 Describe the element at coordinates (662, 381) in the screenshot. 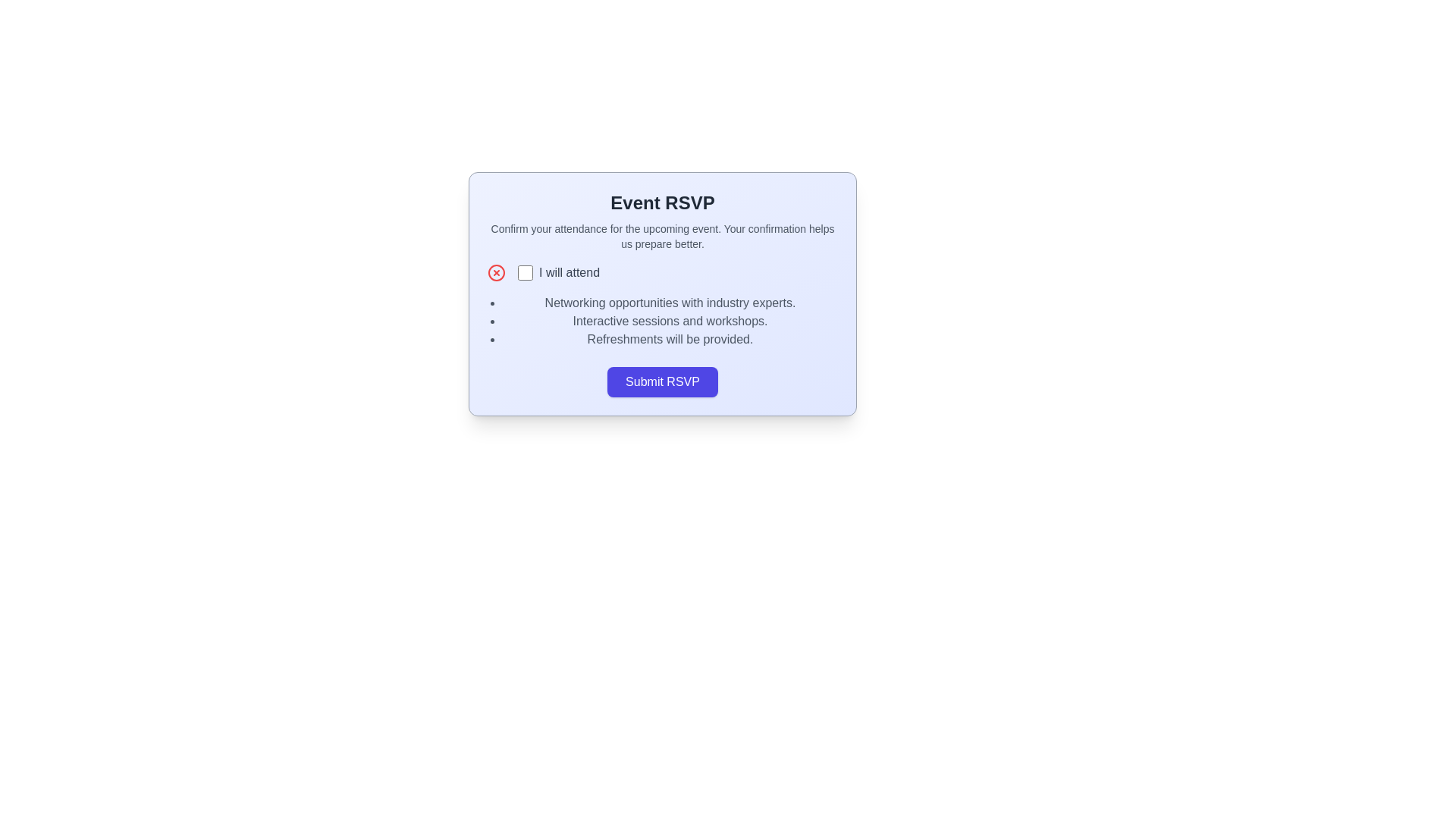

I see `the submission button for confirming attendance at the event` at that location.